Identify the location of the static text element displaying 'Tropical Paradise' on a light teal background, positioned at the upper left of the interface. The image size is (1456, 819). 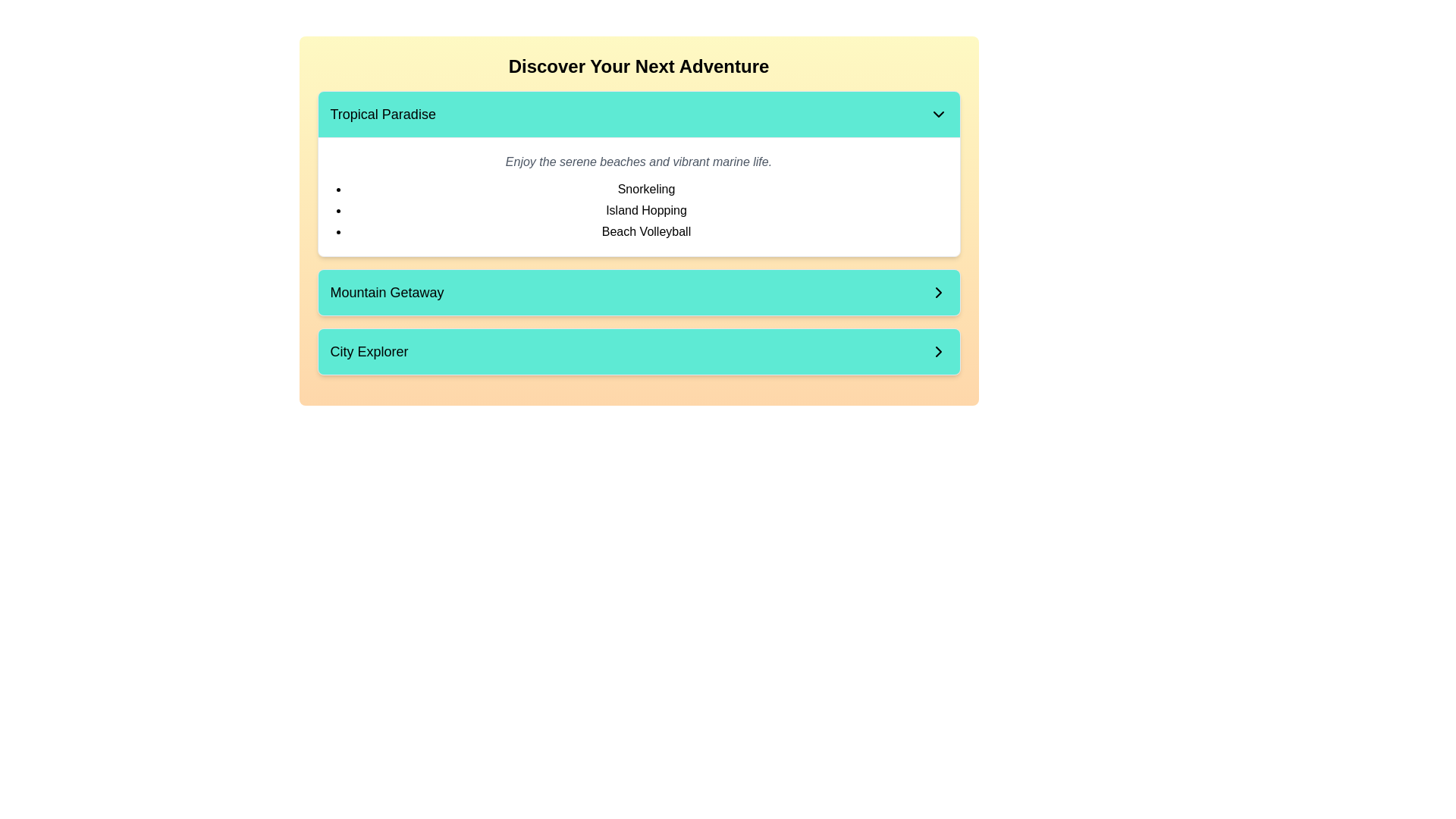
(383, 113).